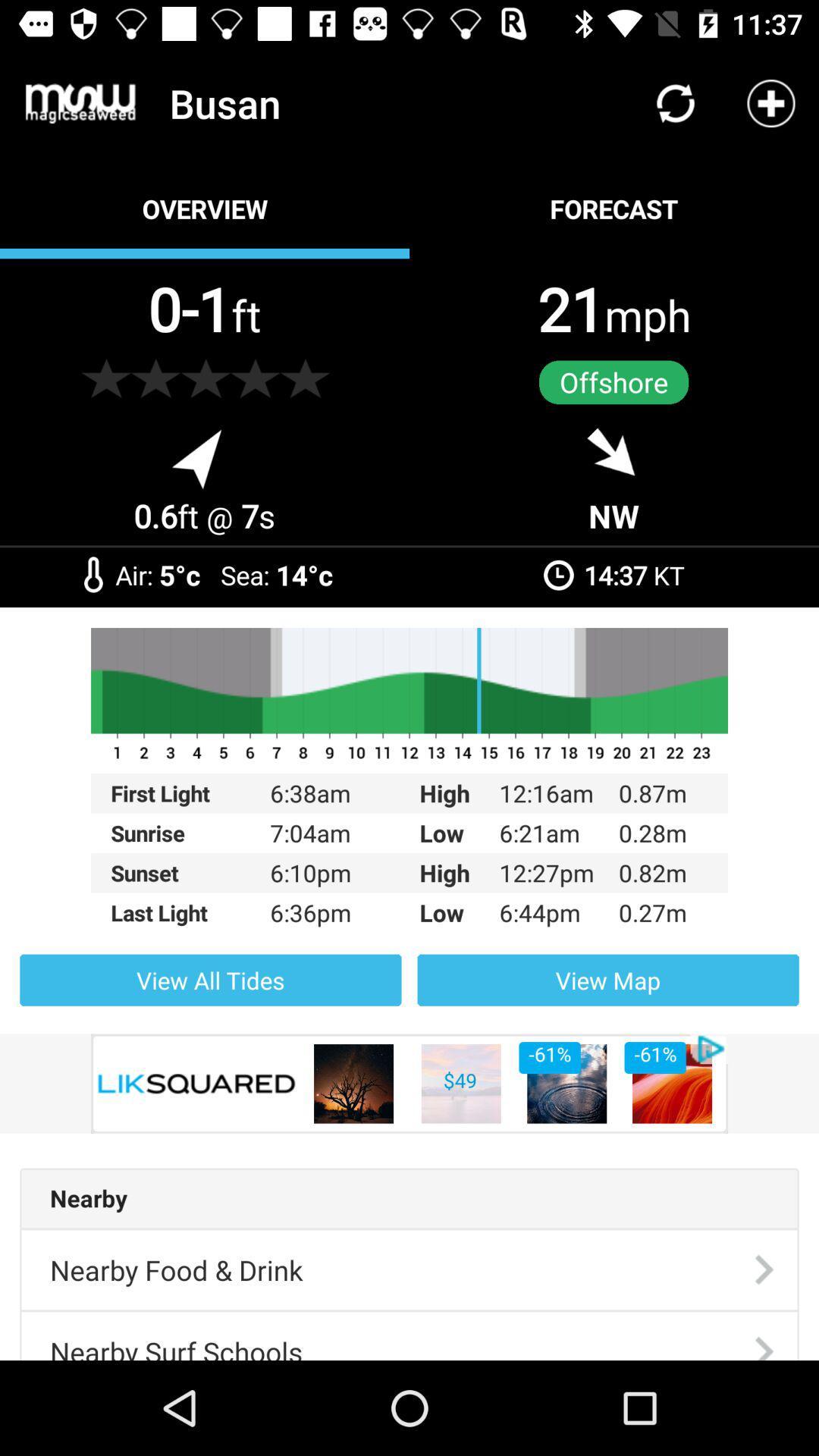 The width and height of the screenshot is (819, 1456). Describe the element at coordinates (175, 1336) in the screenshot. I see `nearby surf schools icon` at that location.